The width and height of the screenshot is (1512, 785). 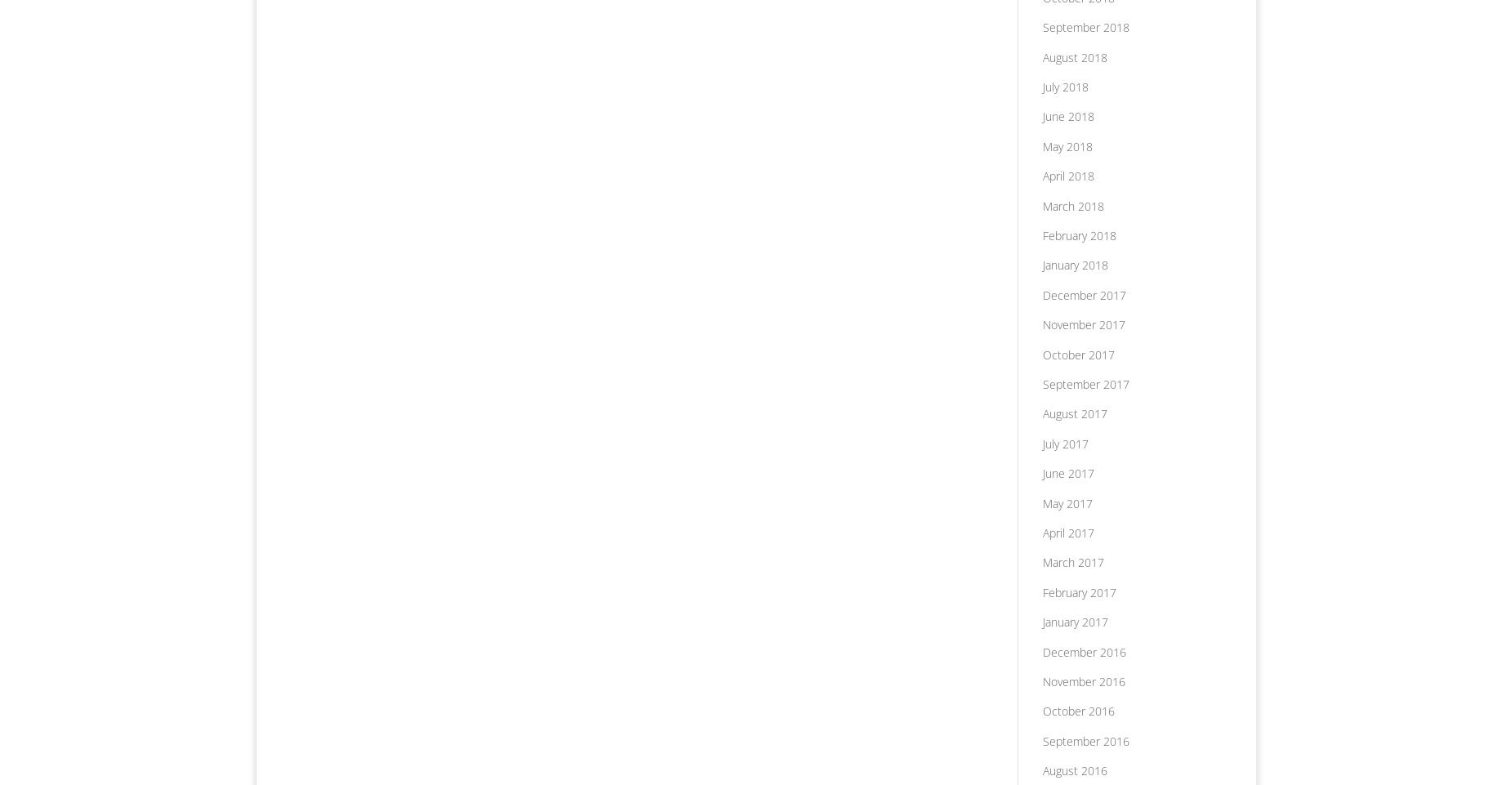 I want to click on 'May 2017', so click(x=1066, y=502).